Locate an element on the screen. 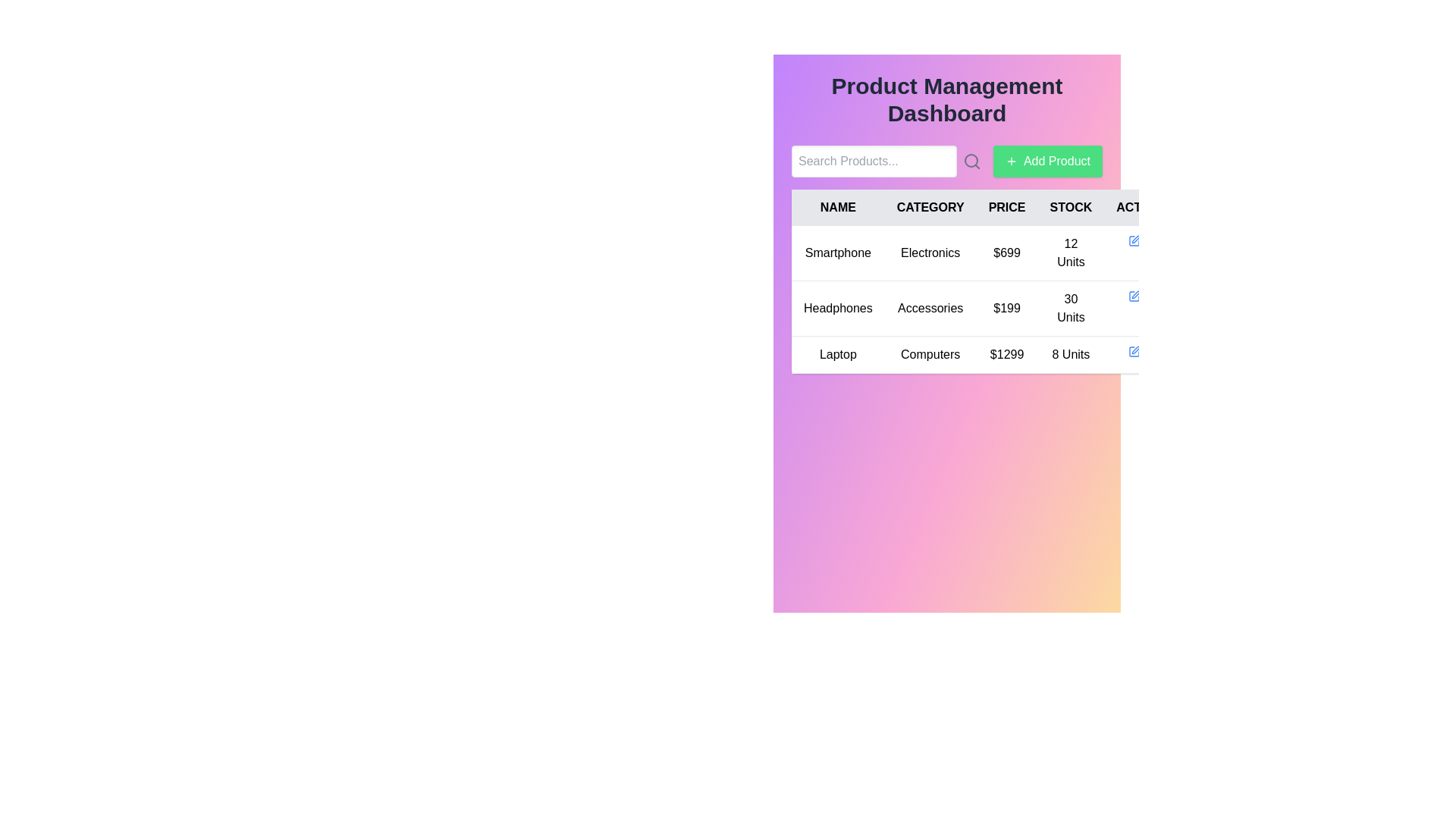 This screenshot has height=819, width=1456. the magnifying icon located at the right edge of the search input field is located at coordinates (886, 161).